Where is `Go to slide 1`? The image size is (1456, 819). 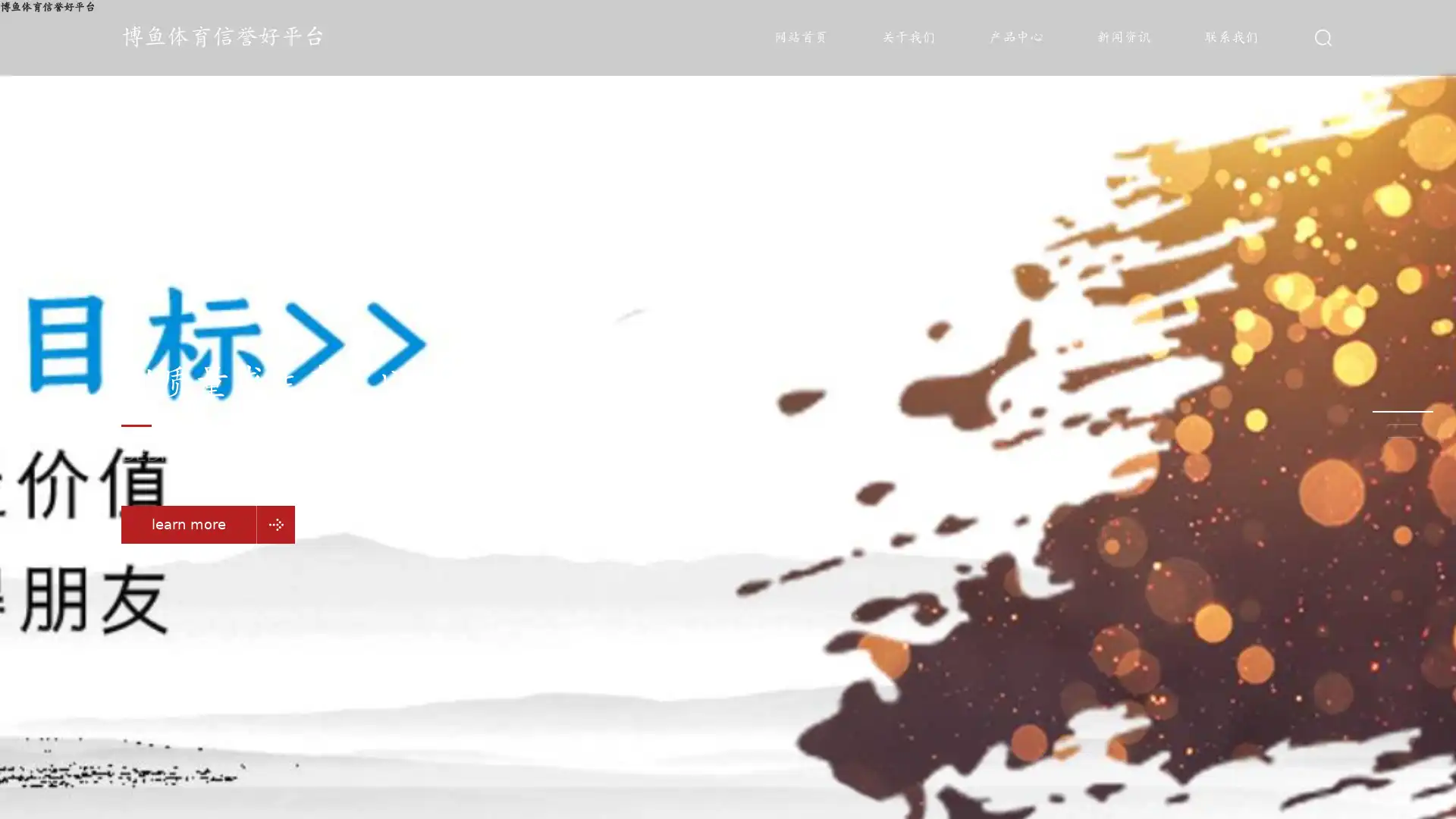 Go to slide 1 is located at coordinates (1401, 412).